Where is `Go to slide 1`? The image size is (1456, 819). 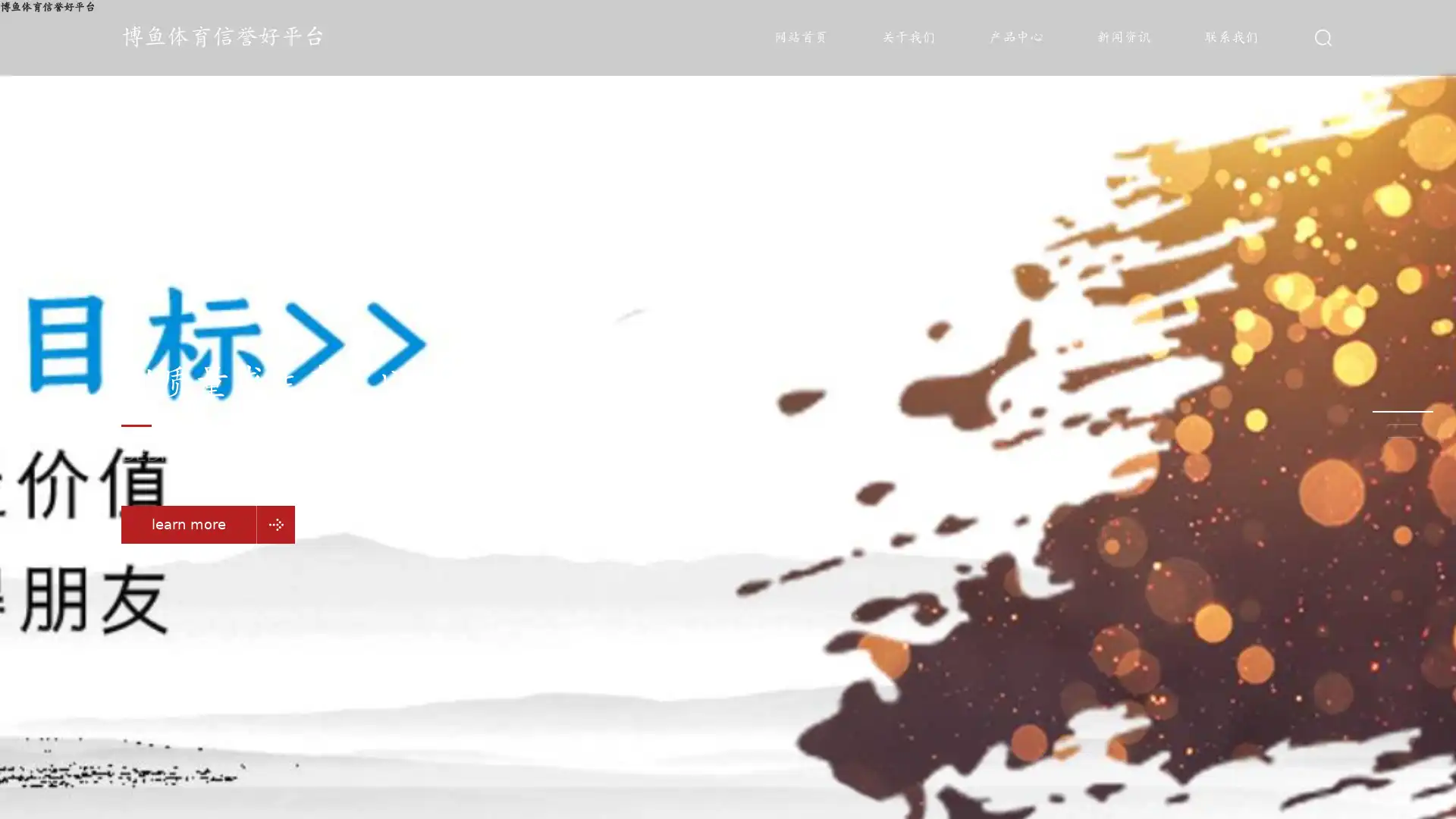 Go to slide 1 is located at coordinates (1401, 412).